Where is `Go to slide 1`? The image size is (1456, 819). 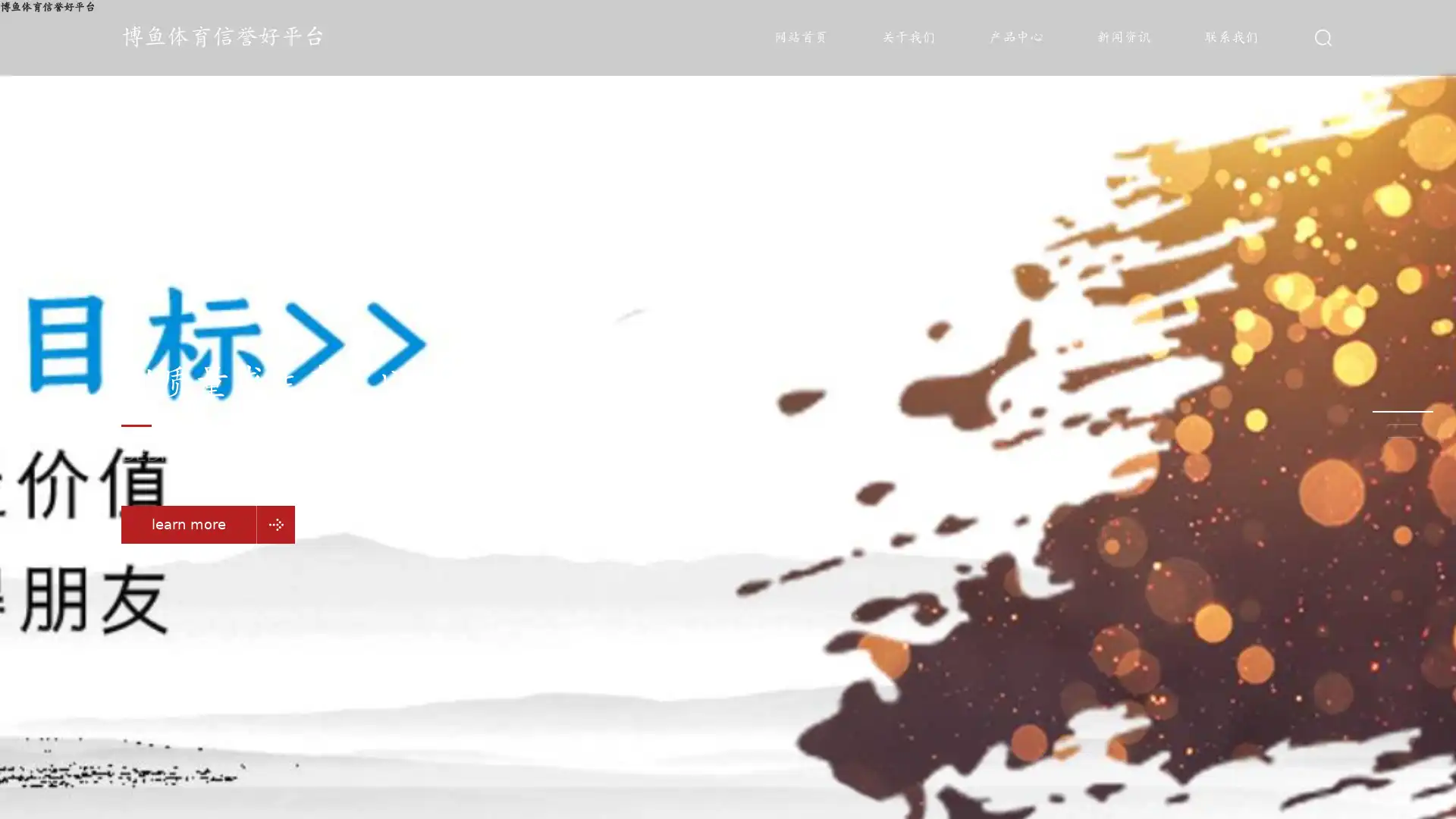 Go to slide 1 is located at coordinates (1401, 412).